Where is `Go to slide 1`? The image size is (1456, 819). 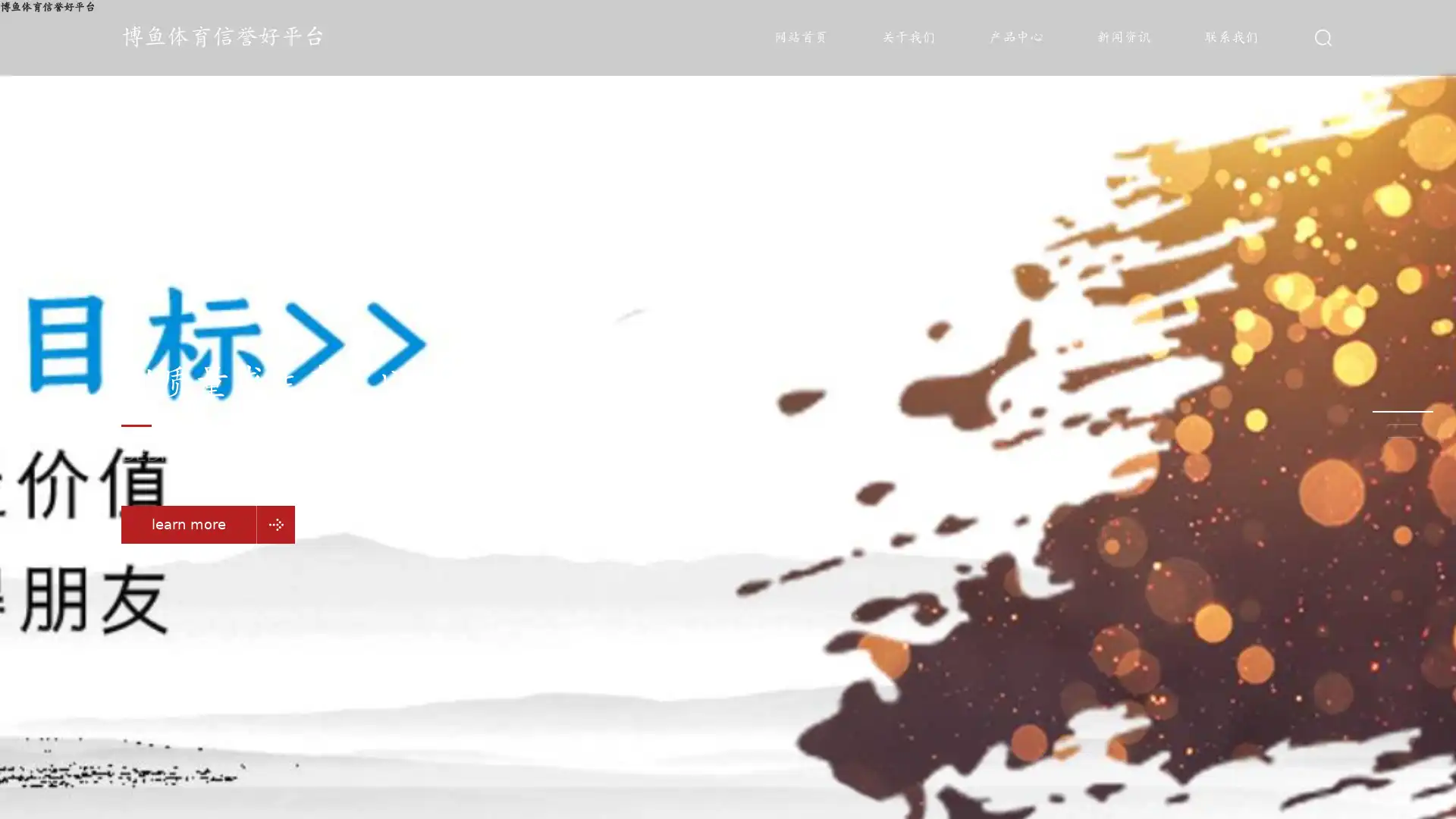 Go to slide 1 is located at coordinates (1401, 412).